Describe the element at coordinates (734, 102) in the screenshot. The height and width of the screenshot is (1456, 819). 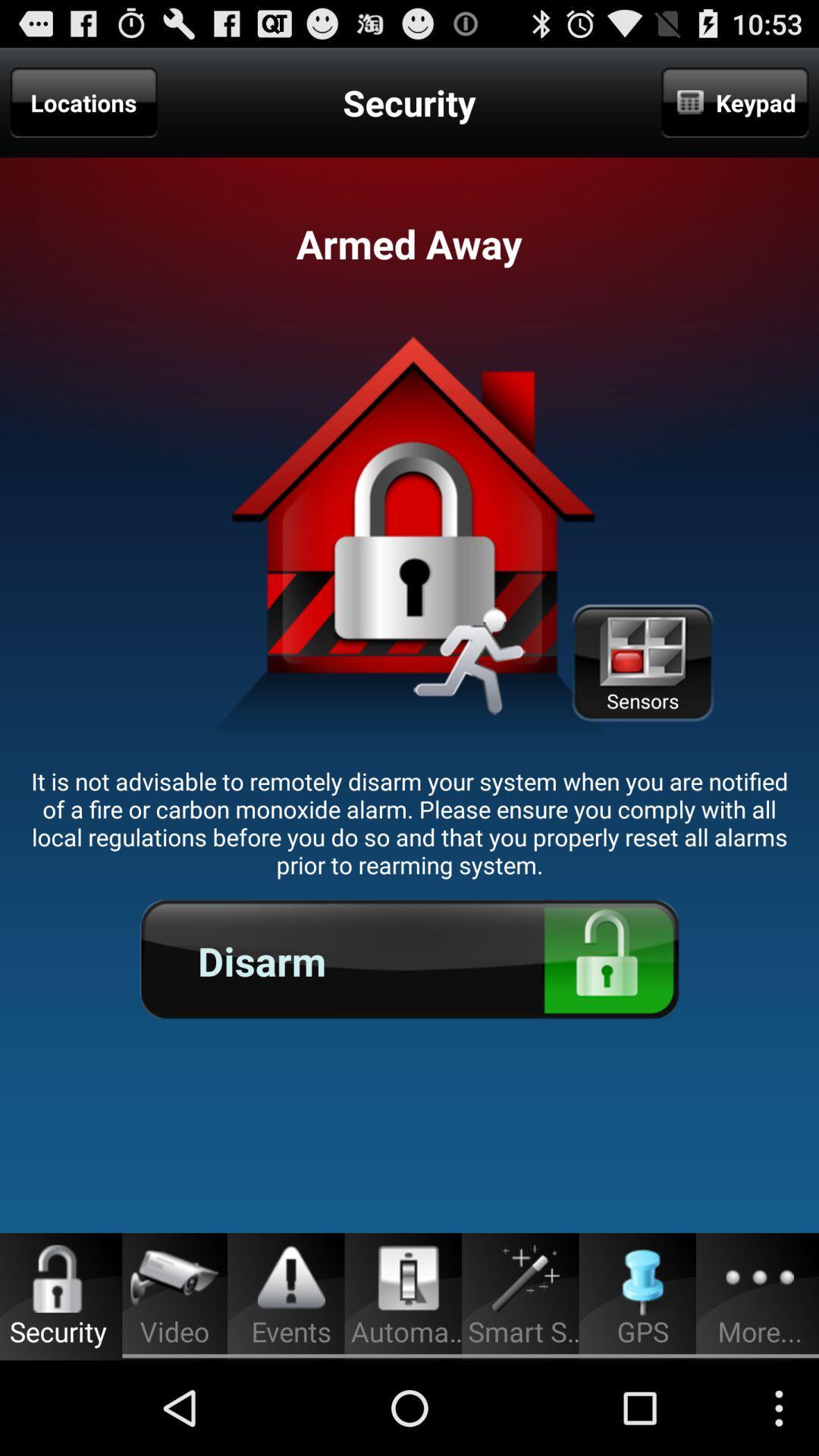
I see `button above the sensors button` at that location.